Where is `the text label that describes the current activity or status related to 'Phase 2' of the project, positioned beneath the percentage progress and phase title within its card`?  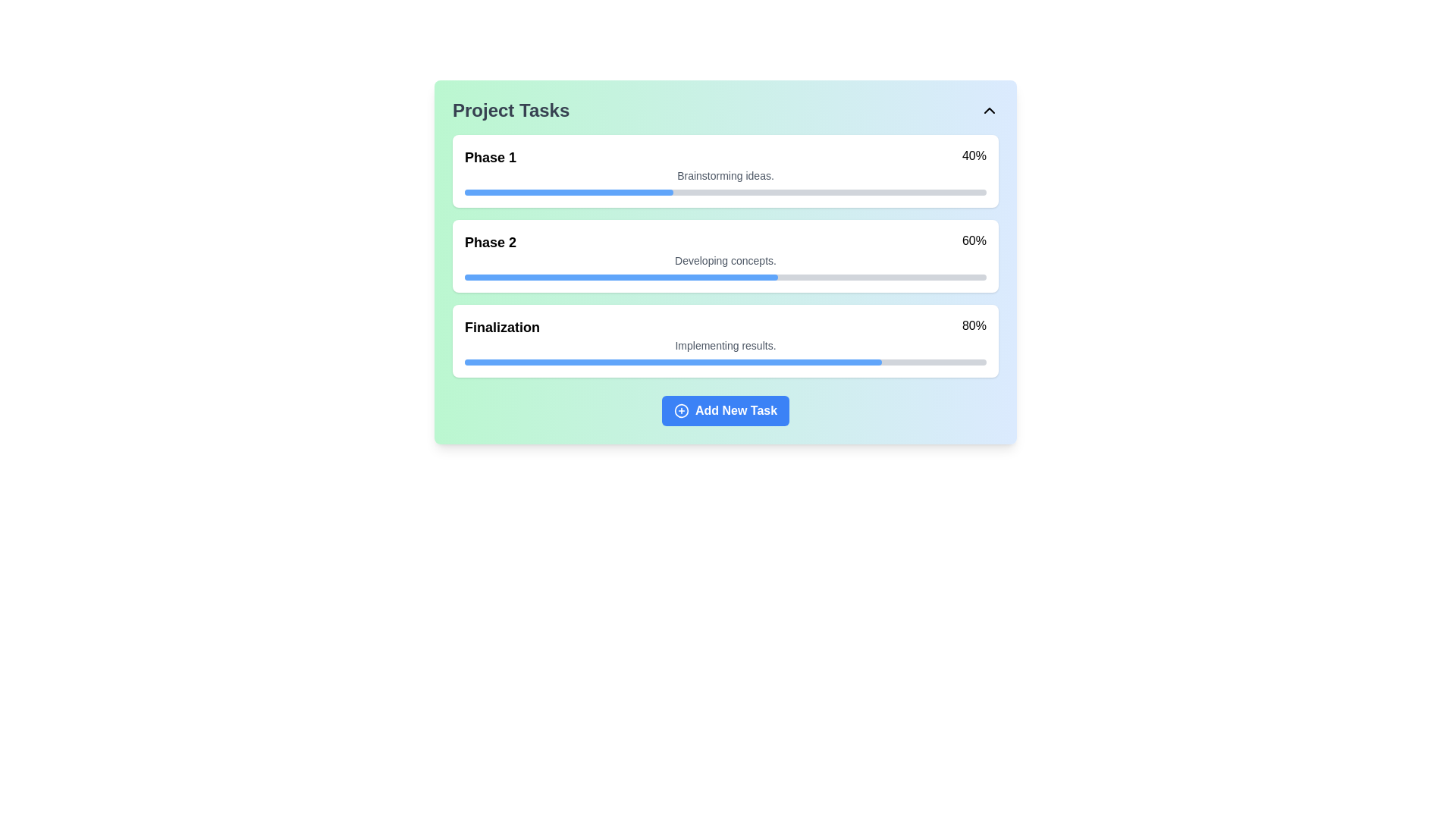 the text label that describes the current activity or status related to 'Phase 2' of the project, positioned beneath the percentage progress and phase title within its card is located at coordinates (724, 259).